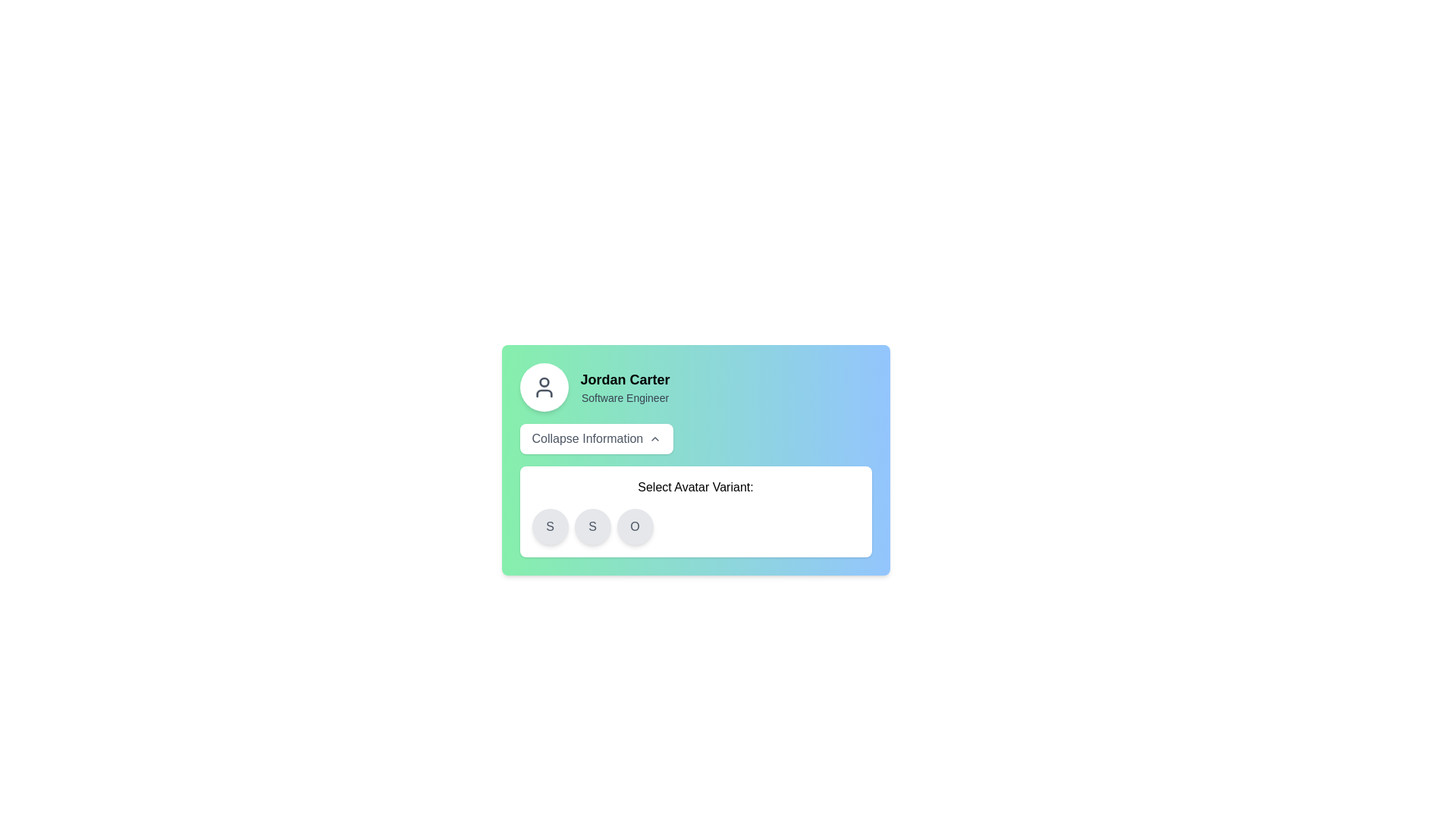  Describe the element at coordinates (695, 488) in the screenshot. I see `the text label that reads 'Select Avatar Variant:', which is styled in a bold font and positioned above a group of circular buttons labeled 'S', 'S', and 'O'` at that location.